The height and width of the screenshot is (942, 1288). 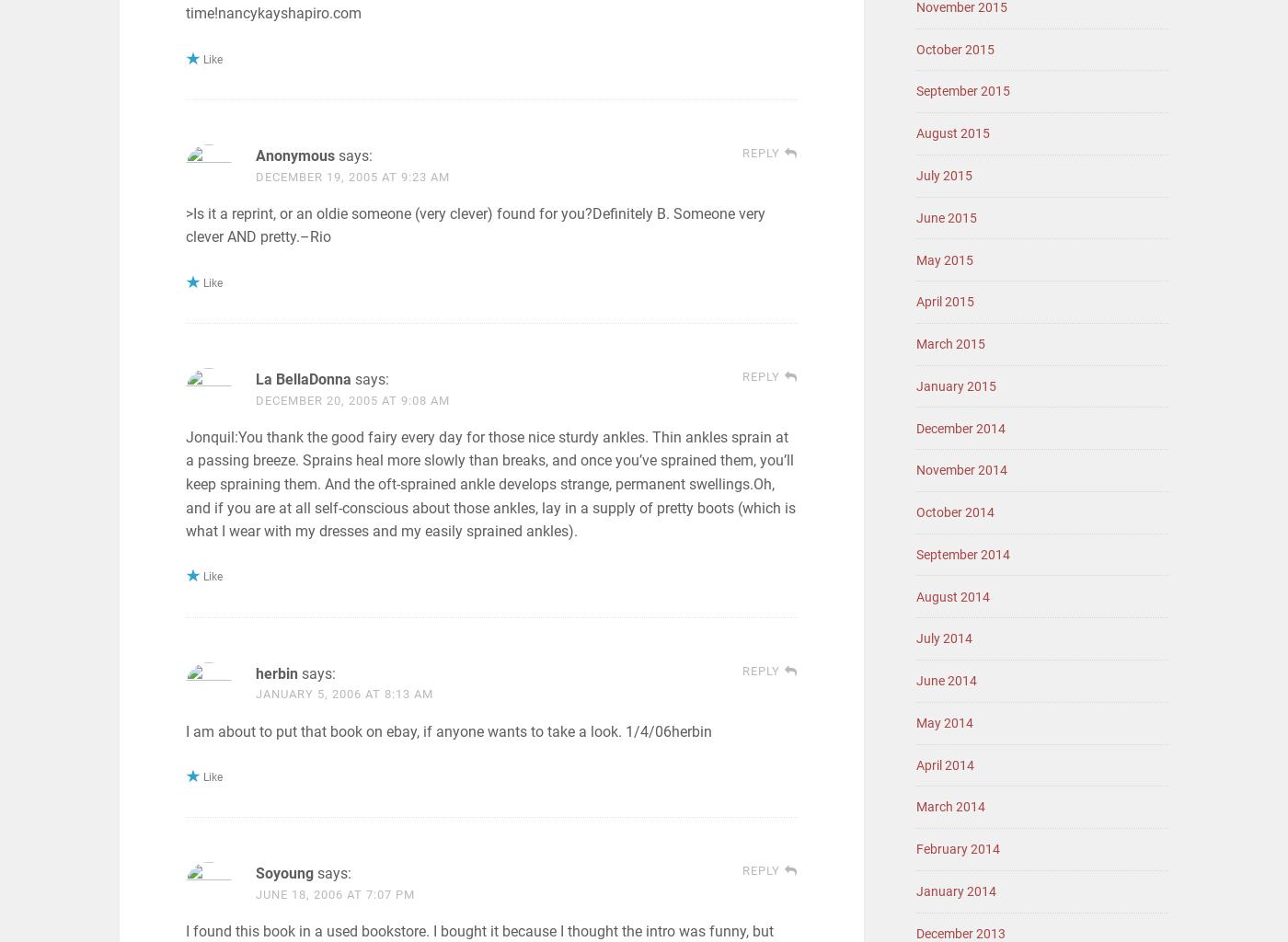 What do you see at coordinates (303, 378) in the screenshot?
I see `'La BellaDonna'` at bounding box center [303, 378].